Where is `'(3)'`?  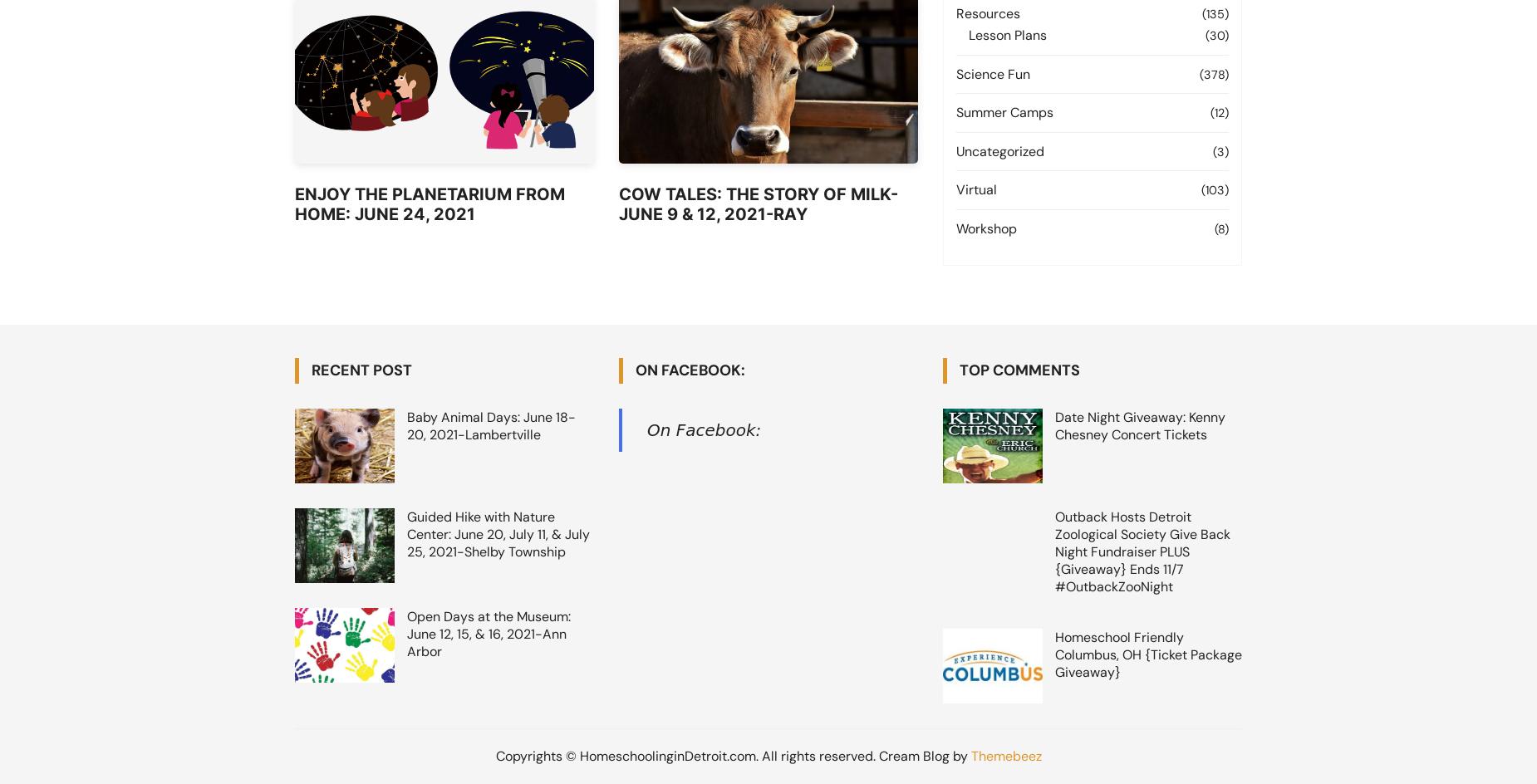
'(3)' is located at coordinates (1220, 150).